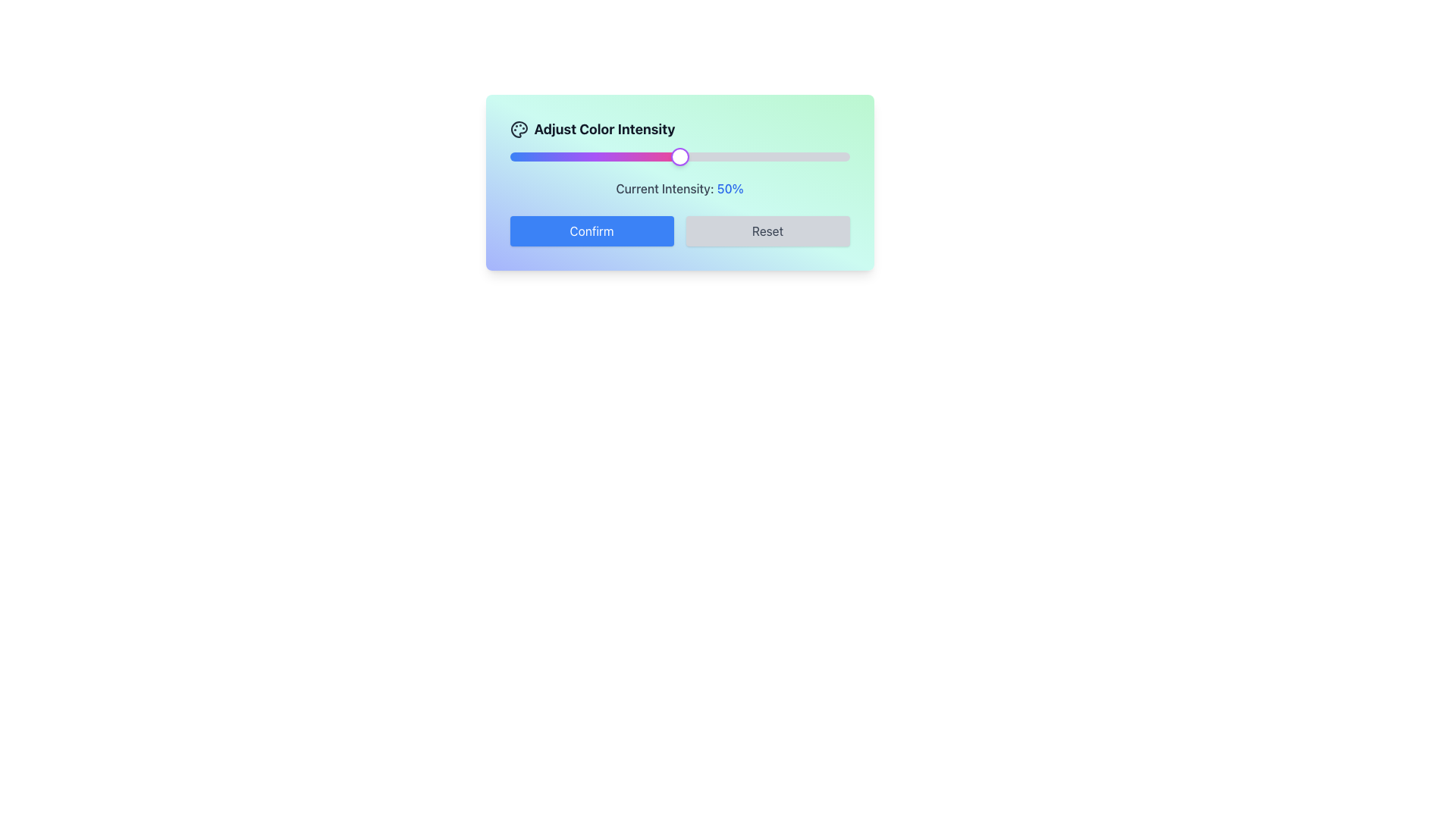 Image resolution: width=1456 pixels, height=819 pixels. I want to click on the intensity, so click(680, 157).